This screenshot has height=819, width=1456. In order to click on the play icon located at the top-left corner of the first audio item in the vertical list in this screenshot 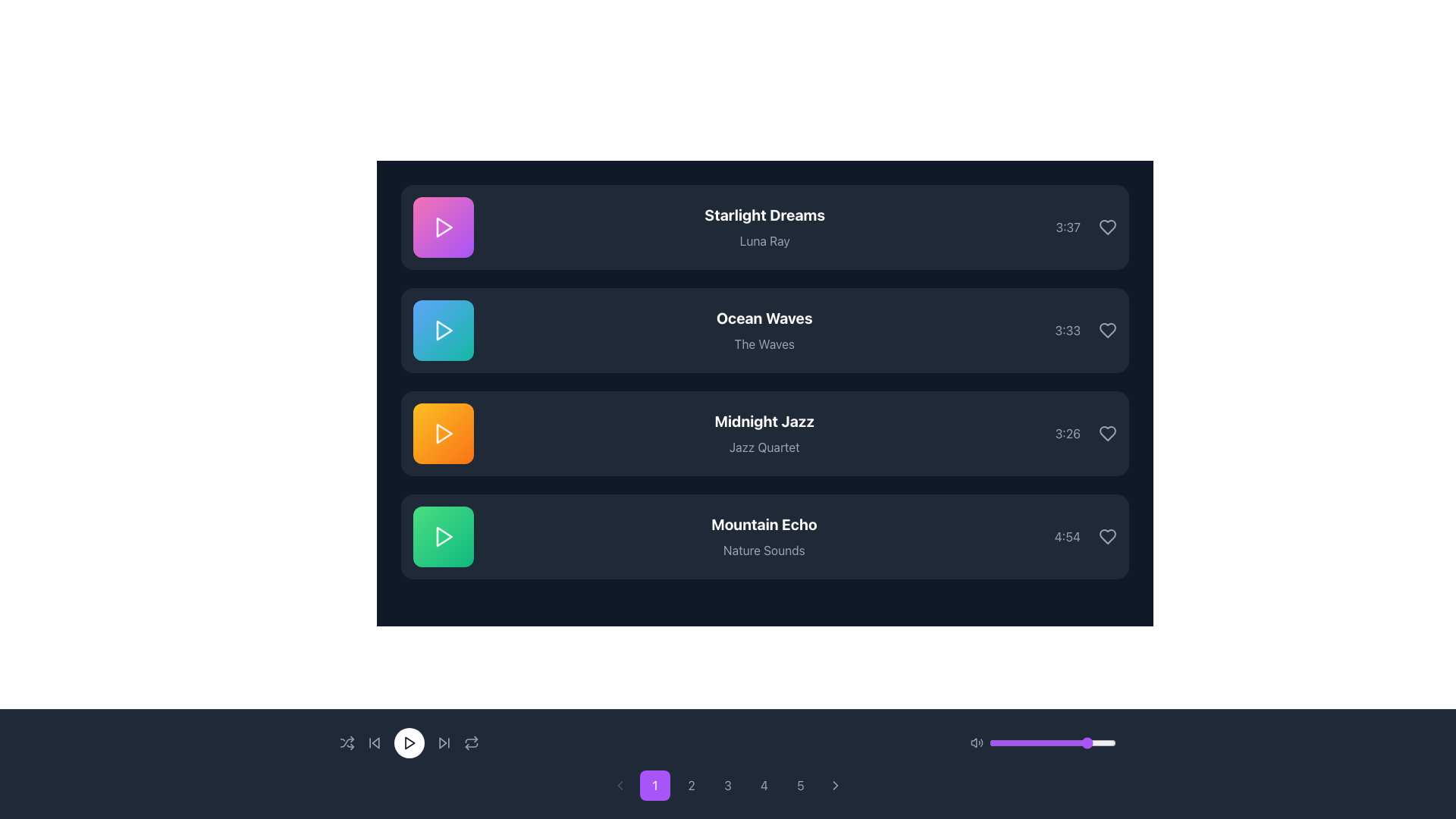, I will do `click(444, 227)`.